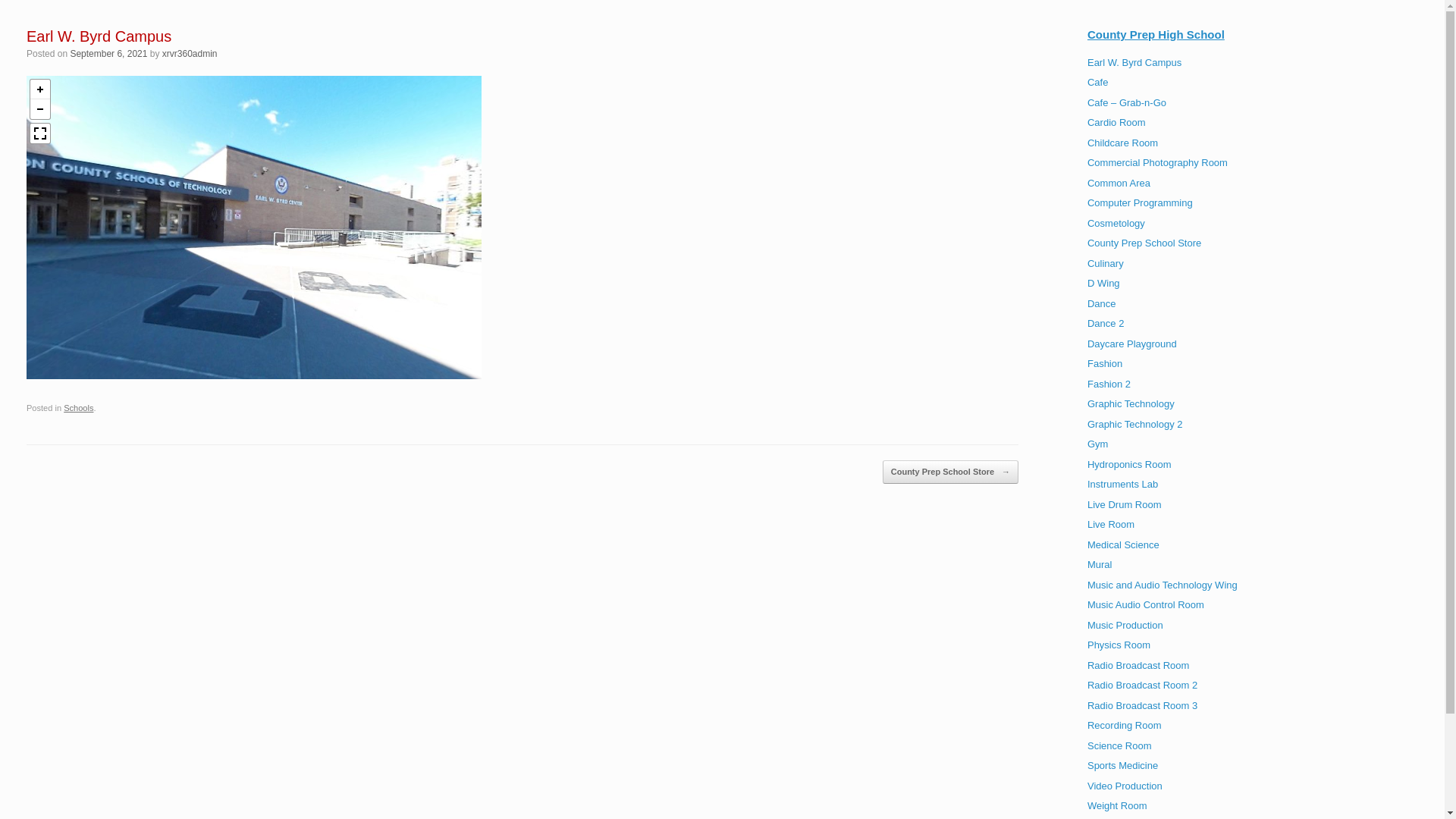  What do you see at coordinates (1087, 162) in the screenshot?
I see `'Commercial Photography Room'` at bounding box center [1087, 162].